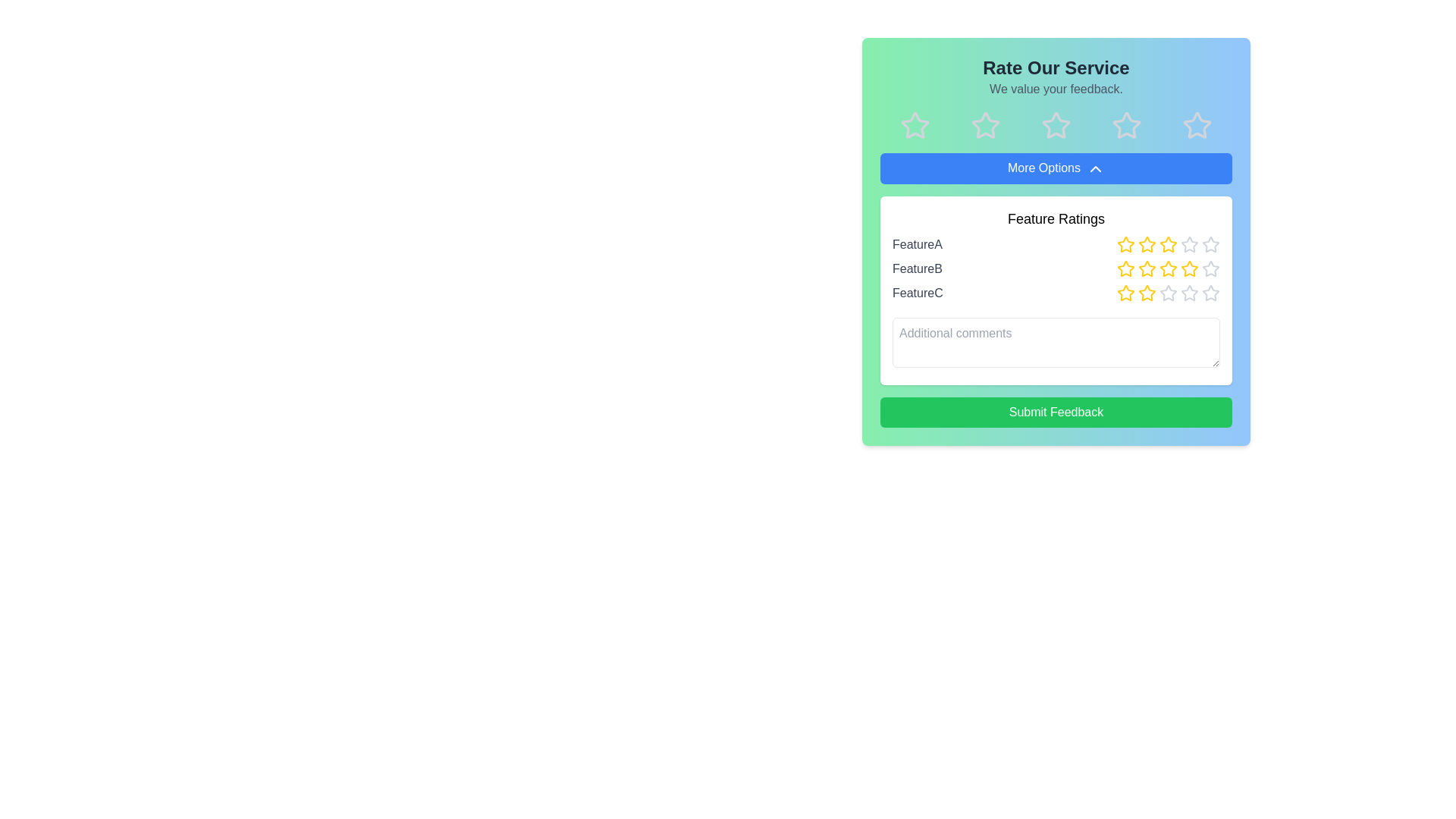 The height and width of the screenshot is (819, 1456). I want to click on the fifth interactive star rating icon with a gray fill and black outline to set a 5-star rating for Feature A in the Feature Ratings section, so click(1210, 243).